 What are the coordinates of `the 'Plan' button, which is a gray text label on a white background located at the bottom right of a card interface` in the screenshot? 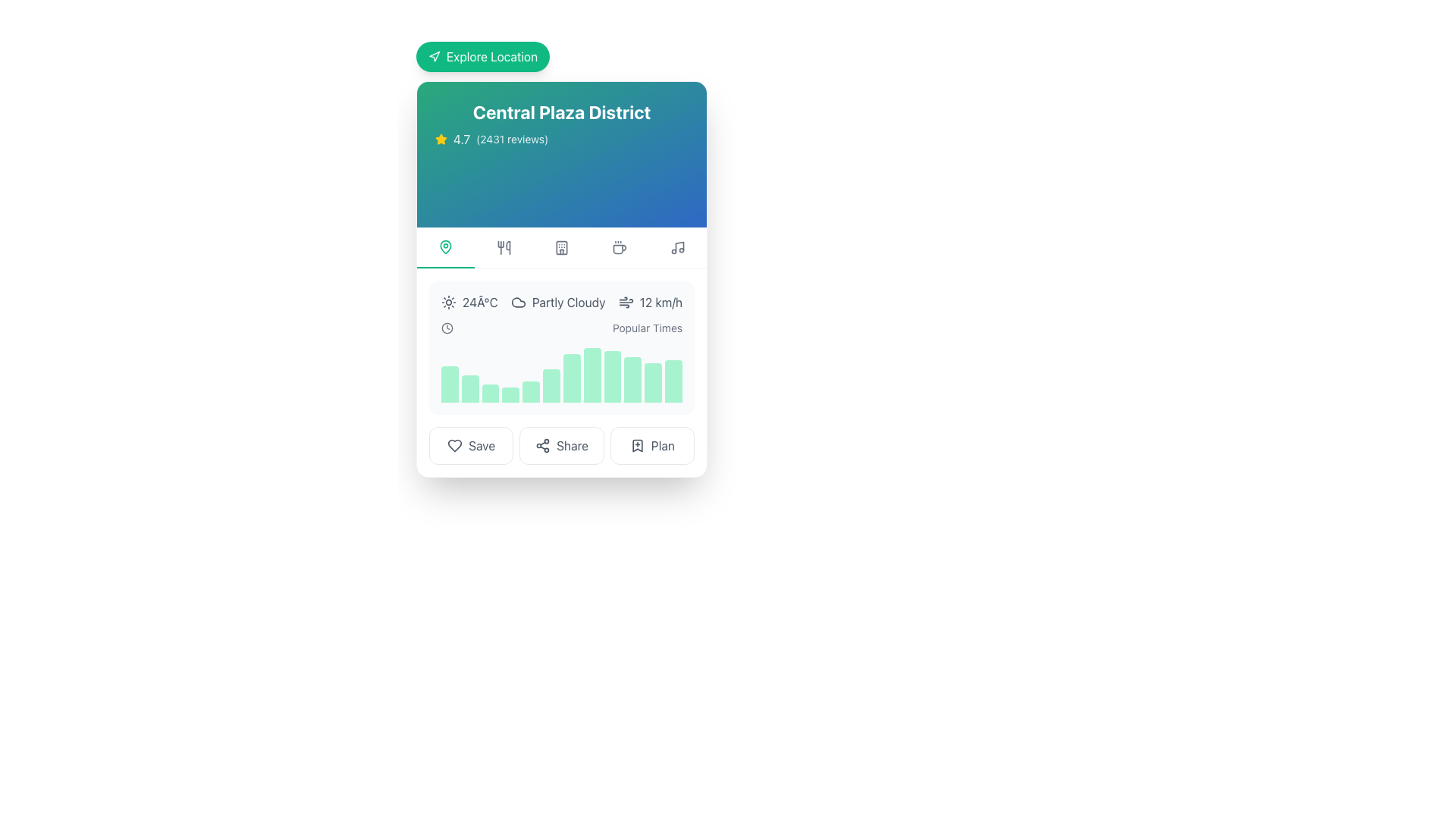 It's located at (663, 444).